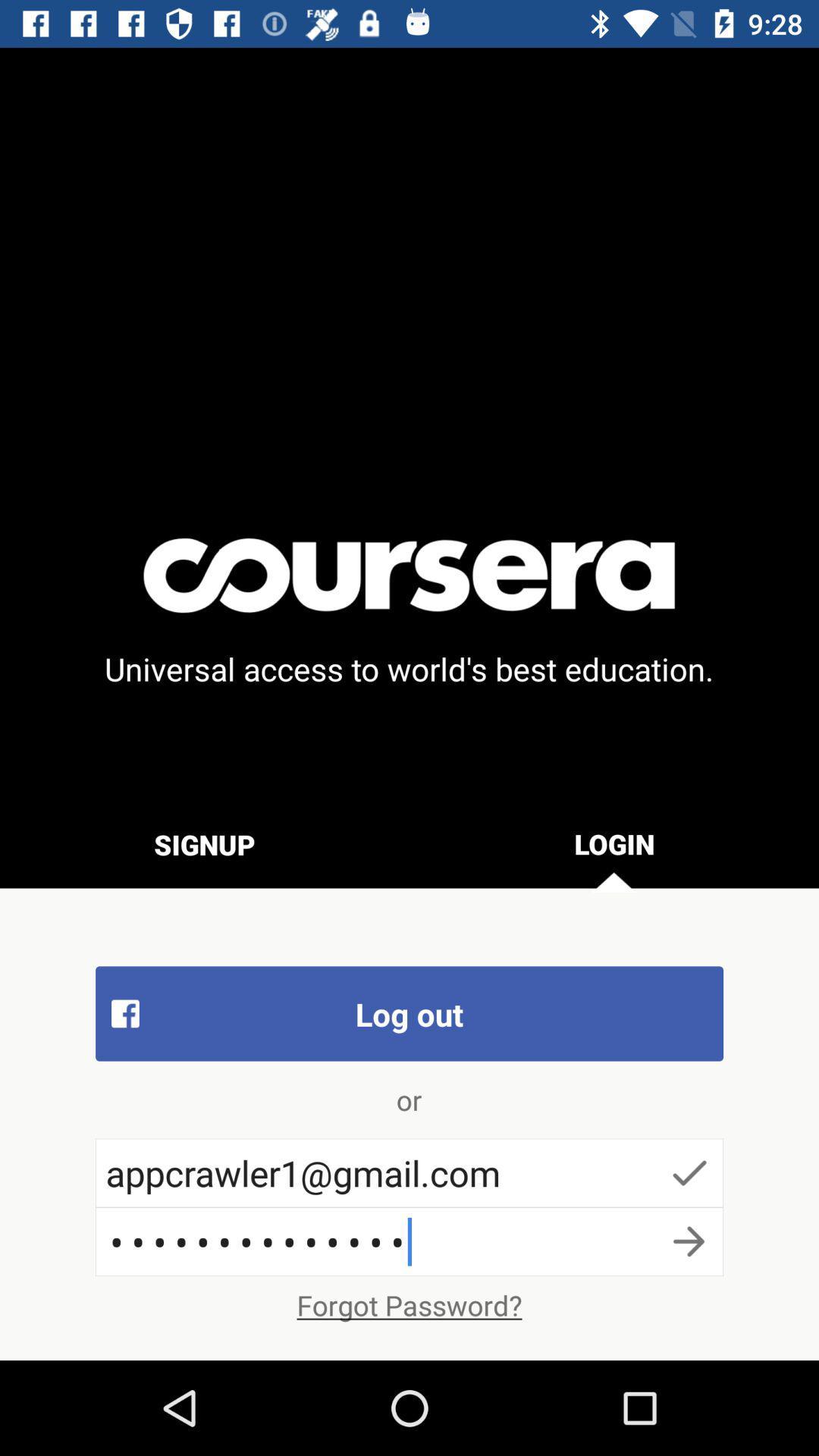 Image resolution: width=819 pixels, height=1456 pixels. I want to click on log out, so click(409, 1013).